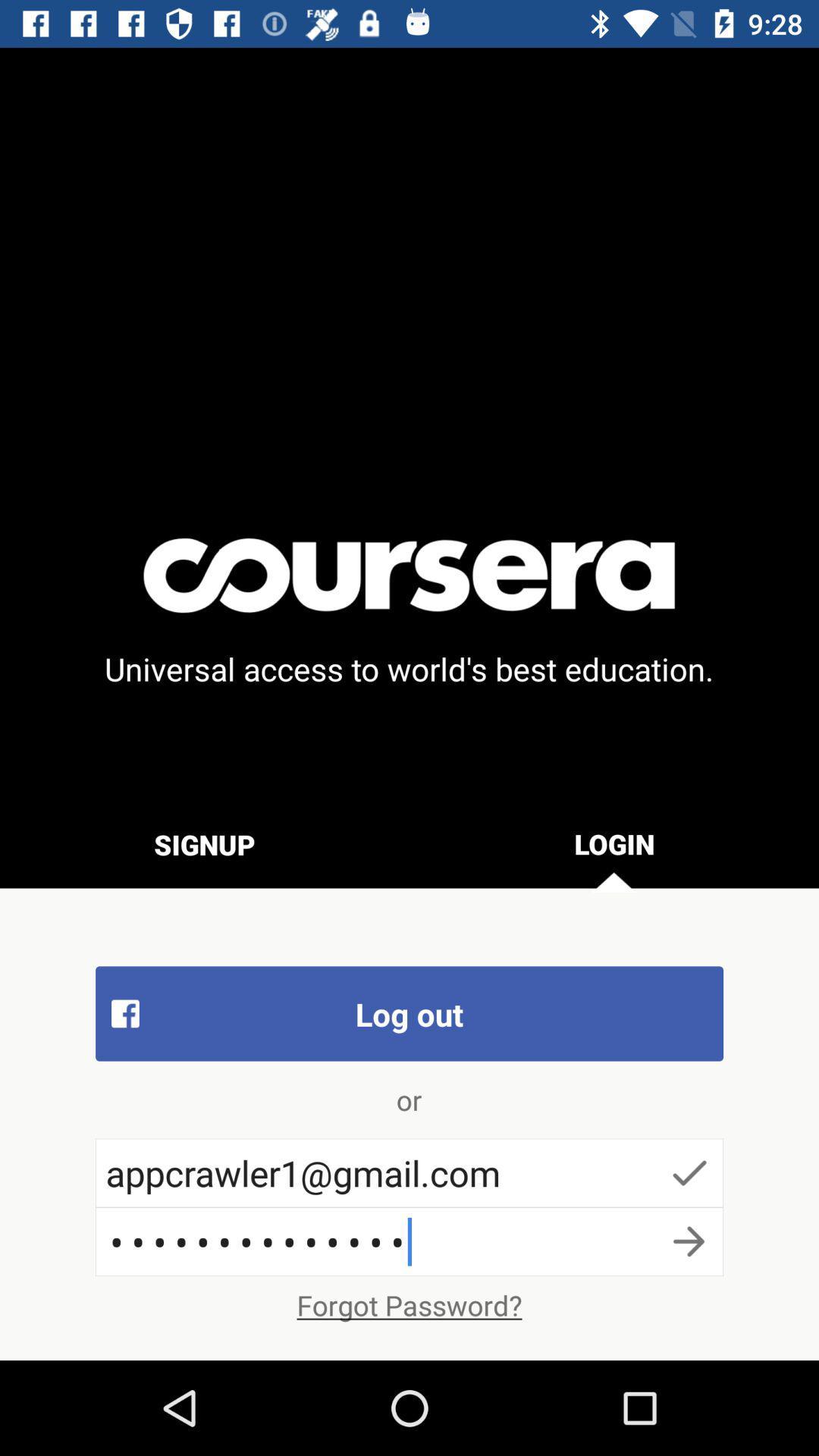 Image resolution: width=819 pixels, height=1456 pixels. I want to click on log out, so click(409, 1013).